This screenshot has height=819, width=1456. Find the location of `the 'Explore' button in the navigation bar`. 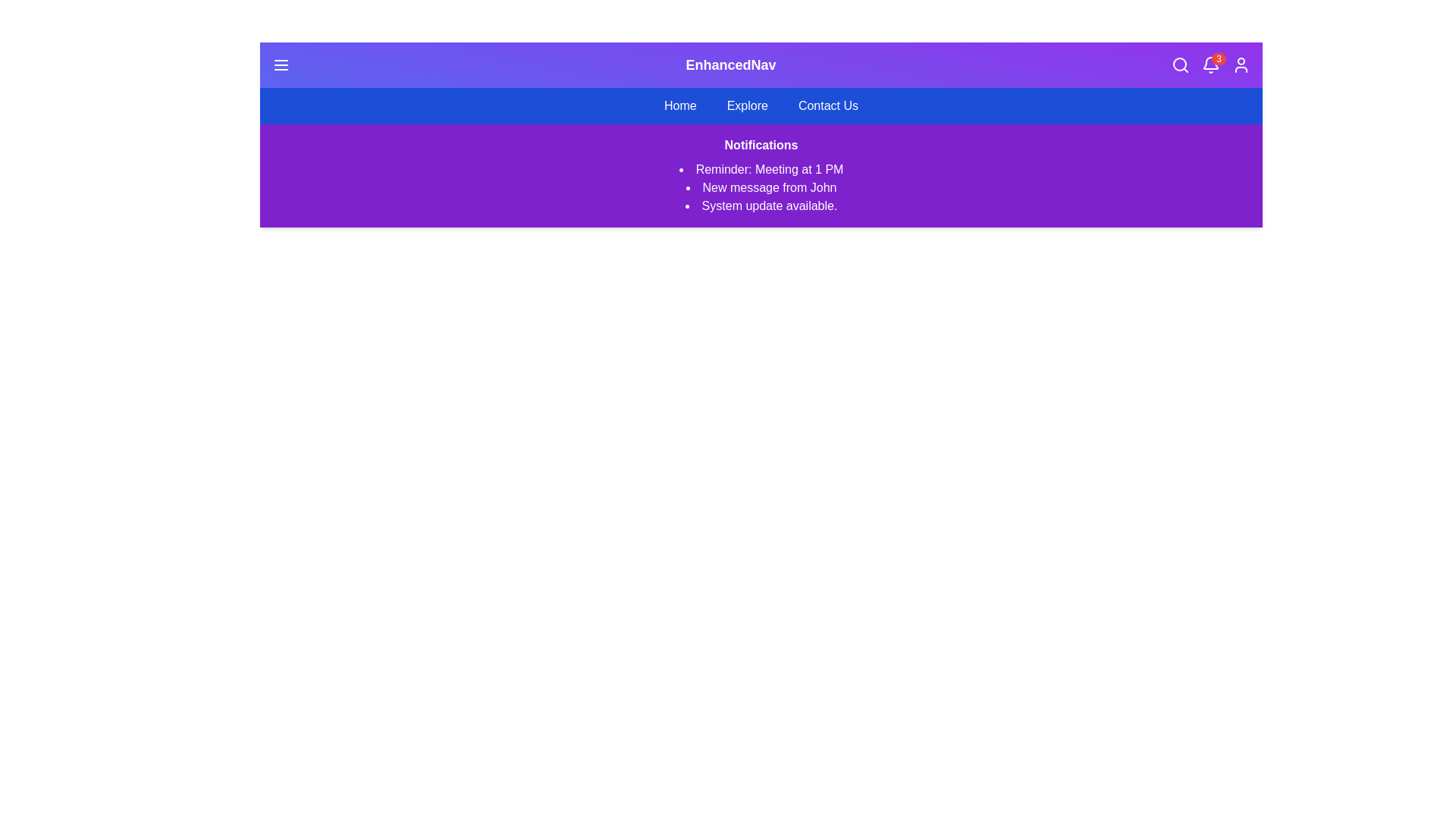

the 'Explore' button in the navigation bar is located at coordinates (747, 105).